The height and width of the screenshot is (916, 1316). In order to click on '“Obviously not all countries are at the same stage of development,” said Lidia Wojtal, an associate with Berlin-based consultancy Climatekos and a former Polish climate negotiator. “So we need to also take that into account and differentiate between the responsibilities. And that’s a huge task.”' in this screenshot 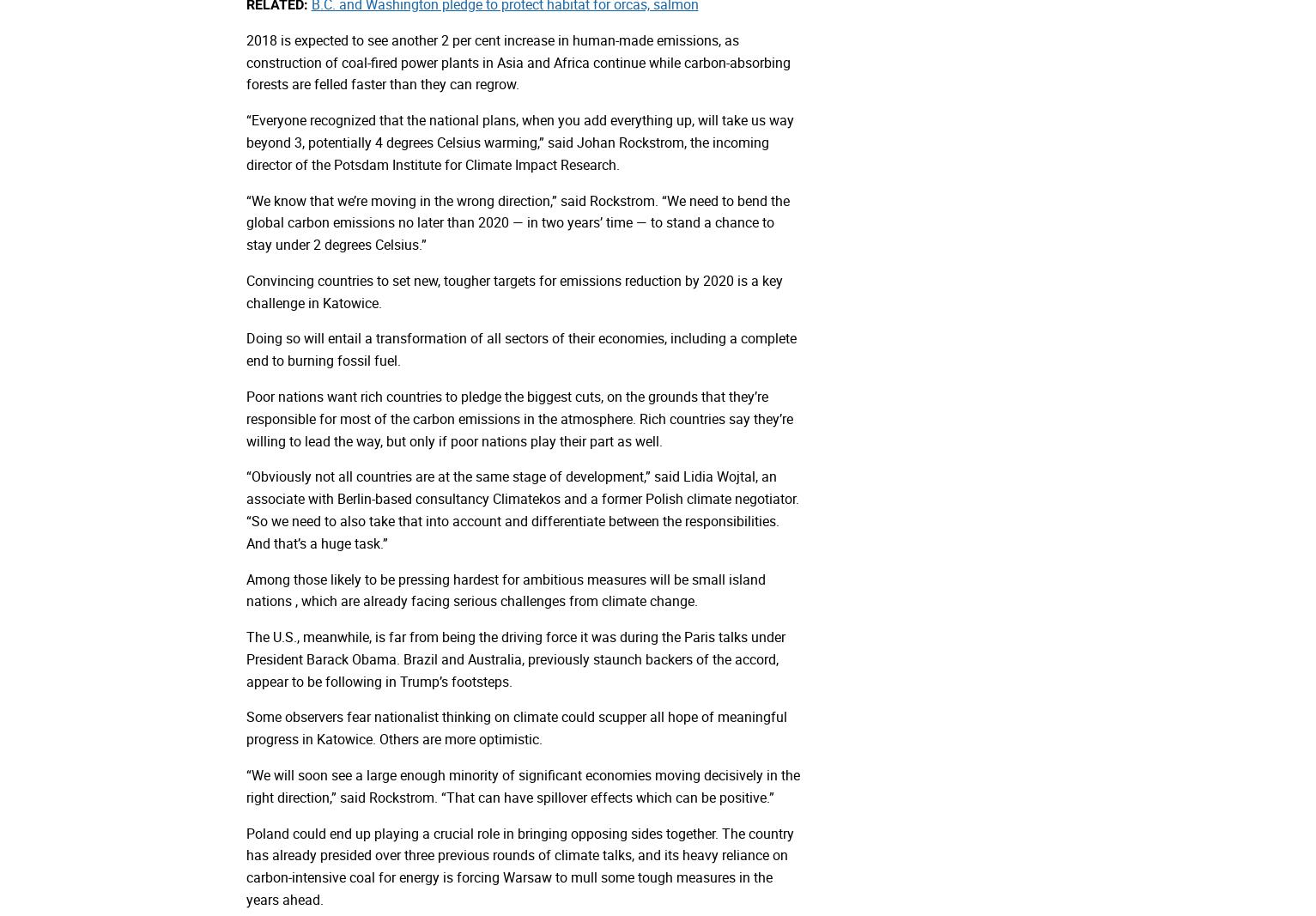, I will do `click(520, 509)`.